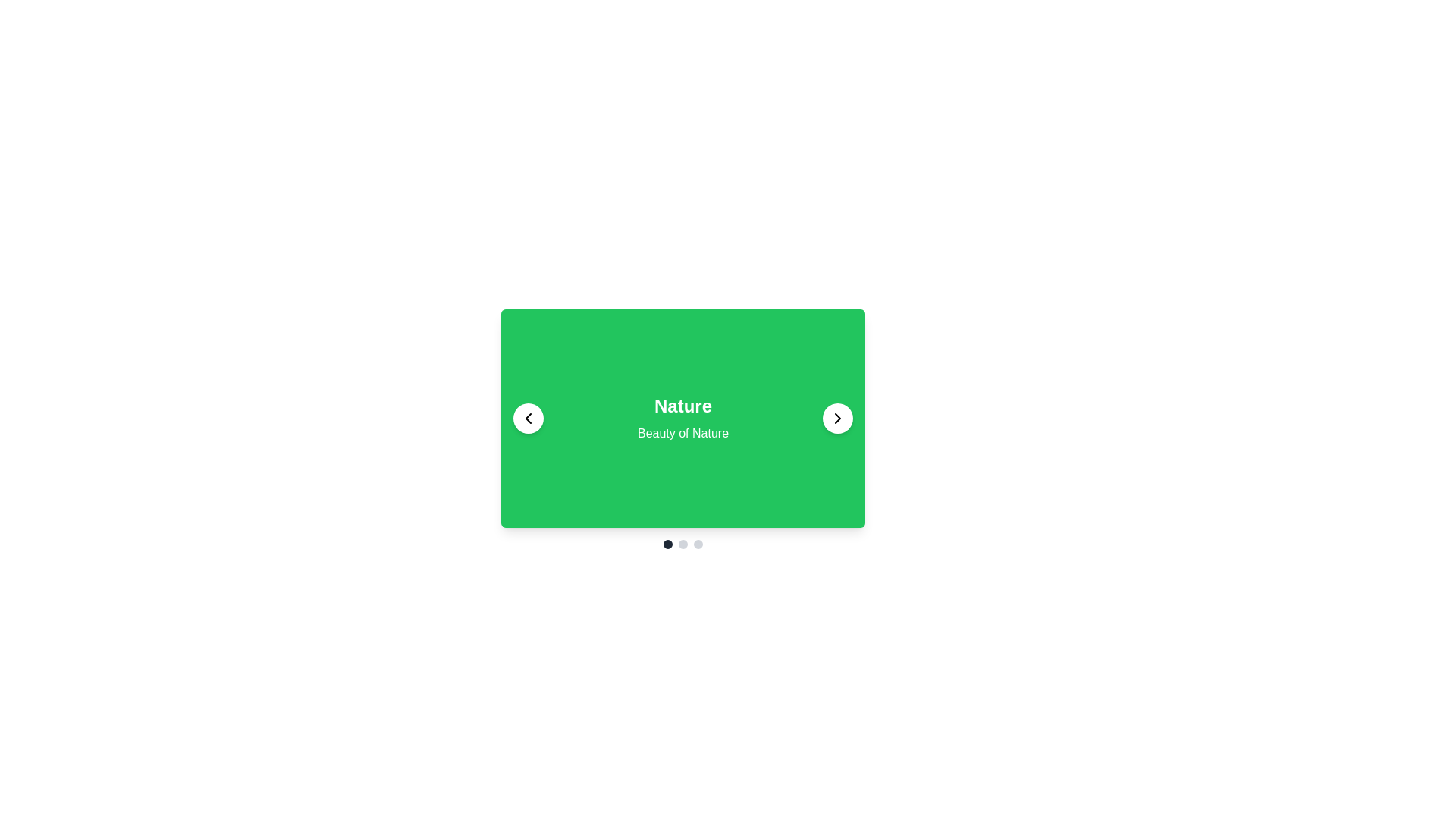 Image resolution: width=1456 pixels, height=819 pixels. Describe the element at coordinates (528, 418) in the screenshot. I see `the circular button with a white background and a black left-pointing arrow icon` at that location.